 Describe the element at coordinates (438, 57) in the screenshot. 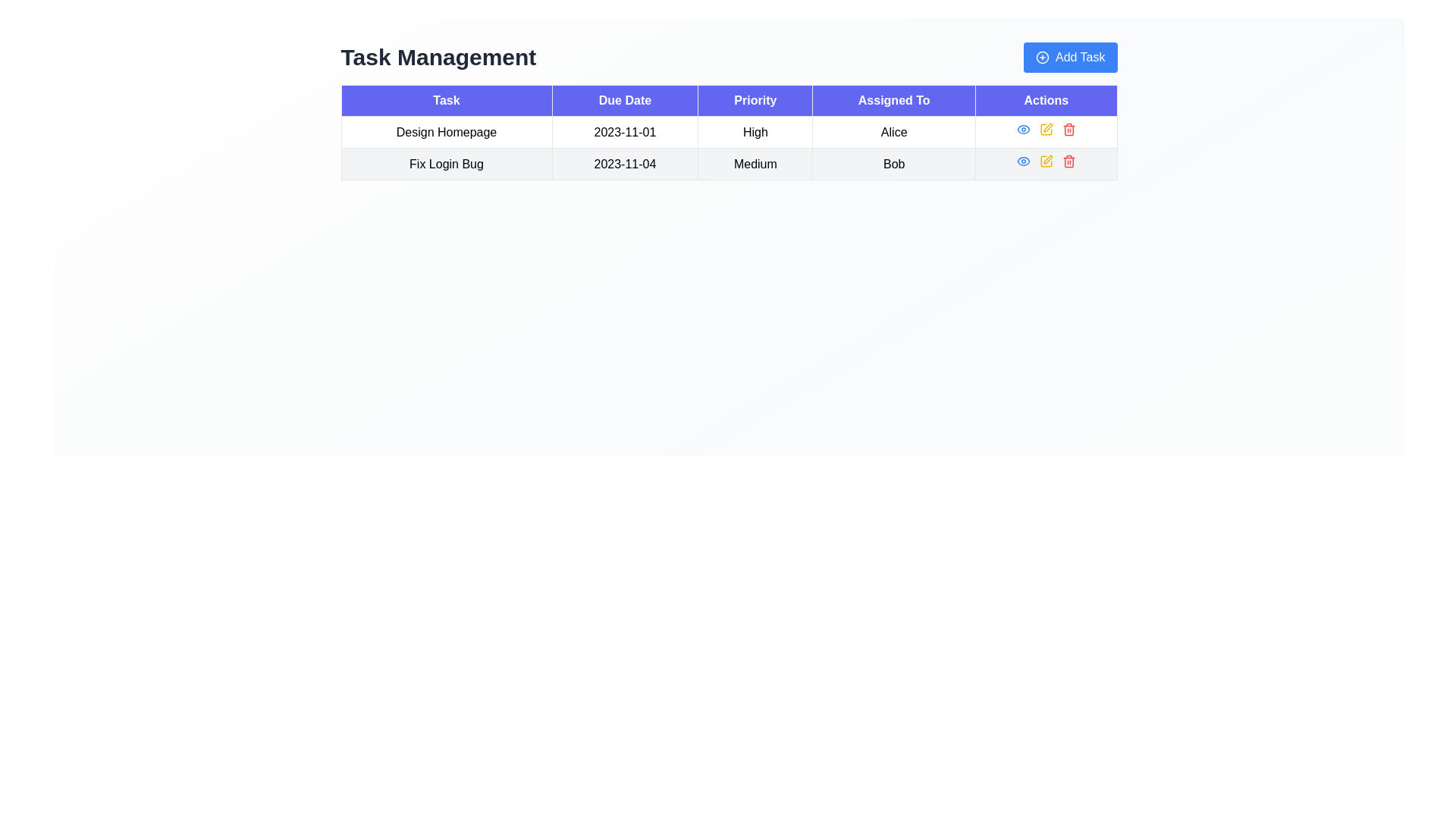

I see `the header text reading 'Task Management', which is styled in a large bold font and positioned at the top-left of the page` at that location.